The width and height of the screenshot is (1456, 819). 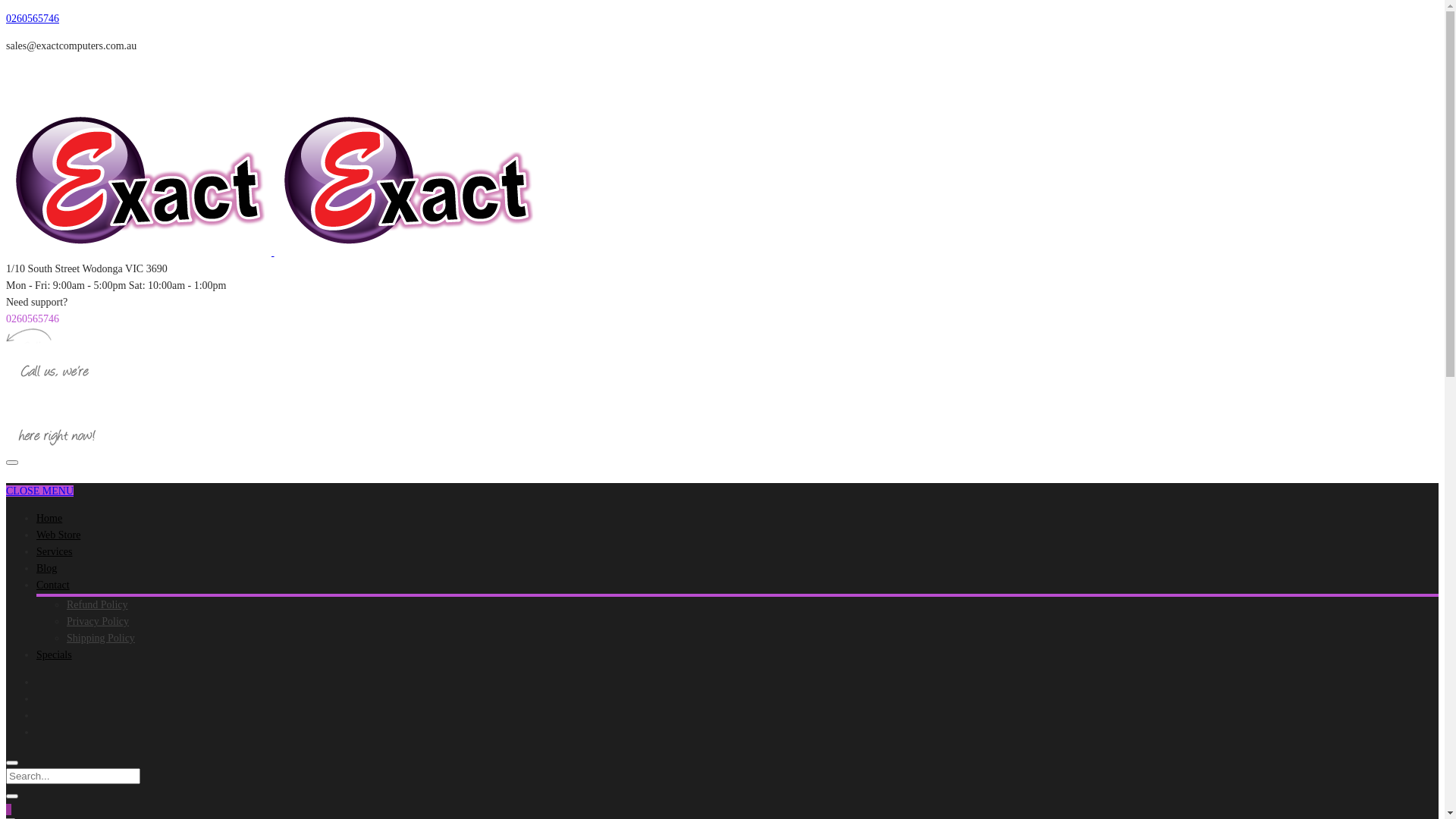 I want to click on 'Privacy Policy', so click(x=97, y=621).